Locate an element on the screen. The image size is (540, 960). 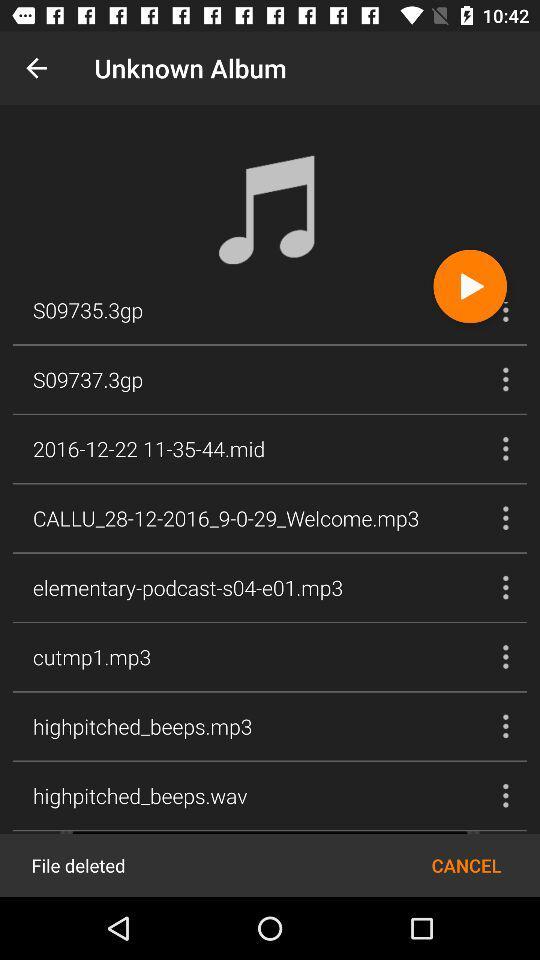
the icon next to the s09735.3gp item is located at coordinates (470, 285).